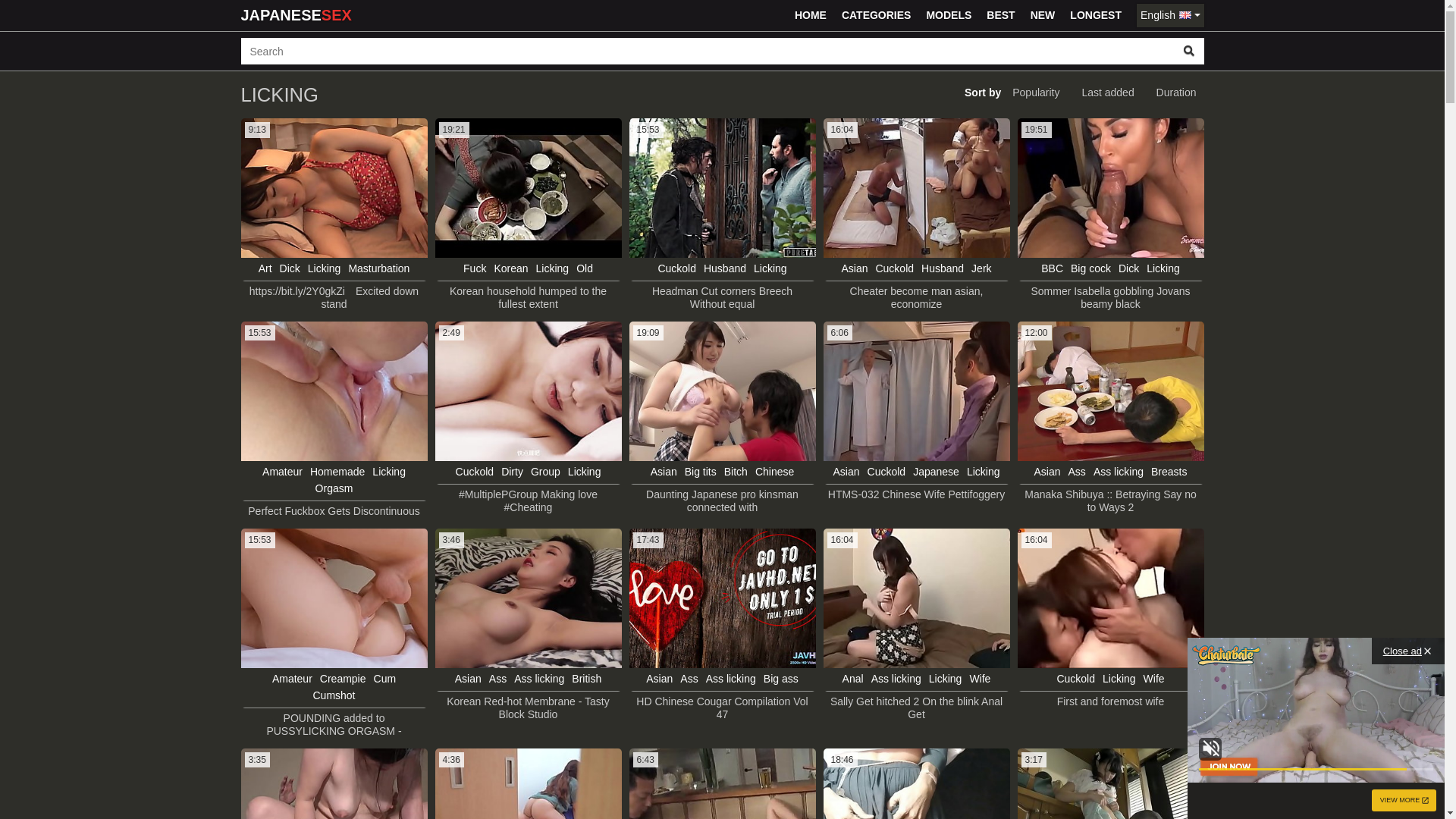 The height and width of the screenshot is (819, 1456). What do you see at coordinates (528, 298) in the screenshot?
I see `'Korean household humped to the fullest extent'` at bounding box center [528, 298].